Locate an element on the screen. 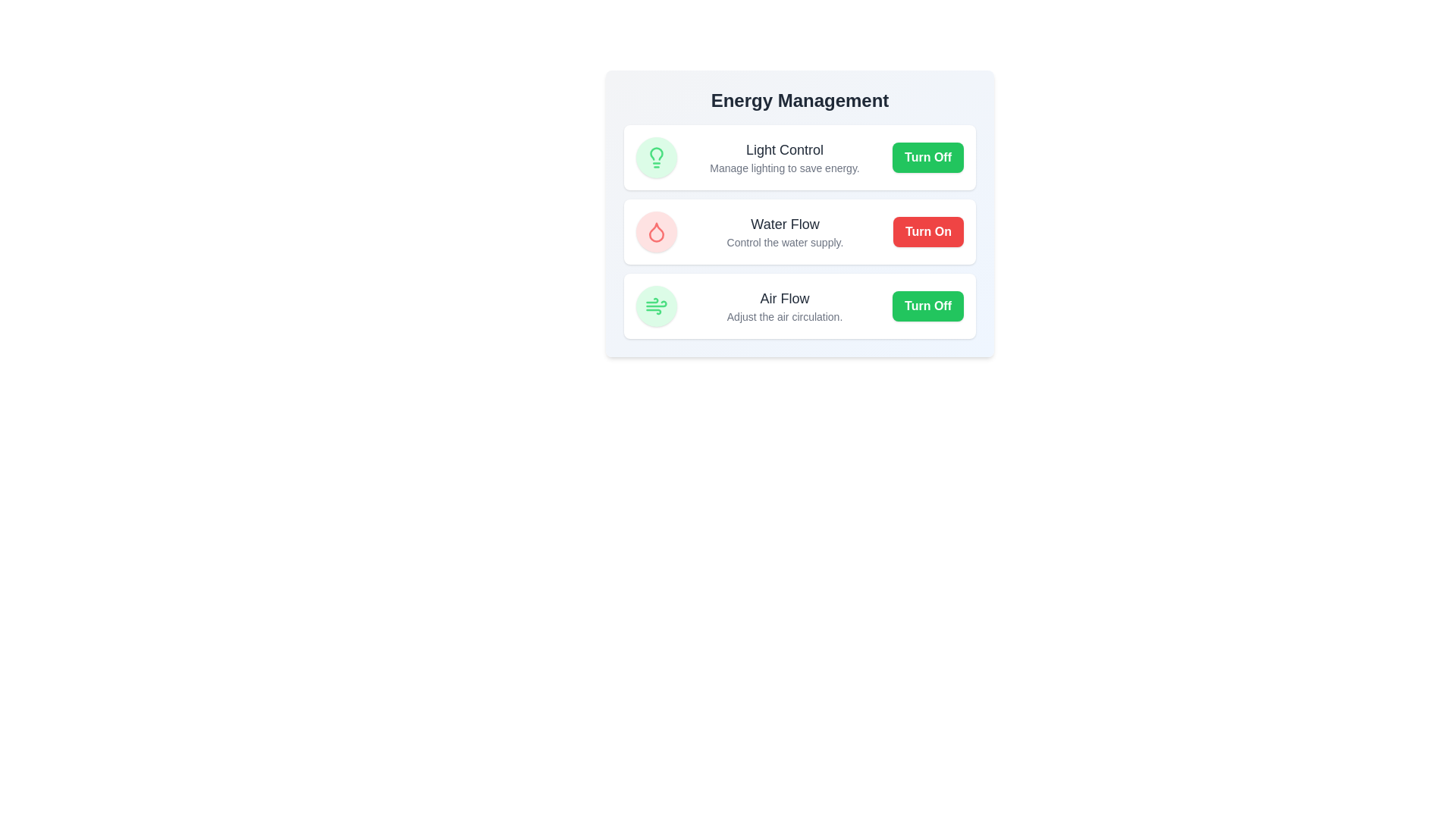  the airflow control icon located in the bottom-right corner of the interface card displaying 'Air Flow' information, next to the 'Turn Off' button is located at coordinates (656, 306).